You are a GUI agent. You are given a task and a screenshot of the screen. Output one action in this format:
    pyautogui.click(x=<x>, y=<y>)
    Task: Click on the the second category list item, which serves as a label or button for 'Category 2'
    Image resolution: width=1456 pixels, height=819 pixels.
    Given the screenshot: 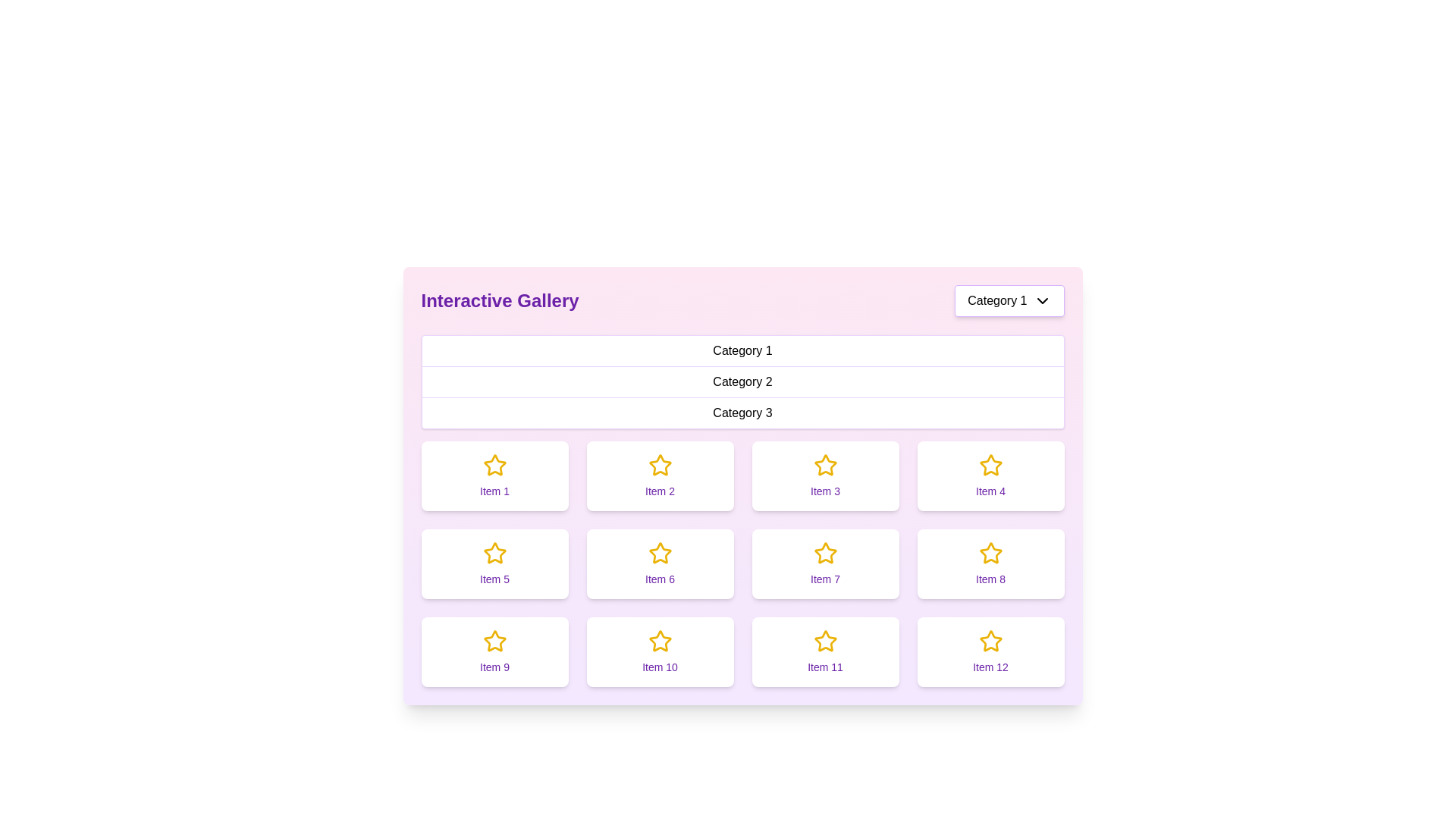 What is the action you would take?
    pyautogui.click(x=742, y=381)
    